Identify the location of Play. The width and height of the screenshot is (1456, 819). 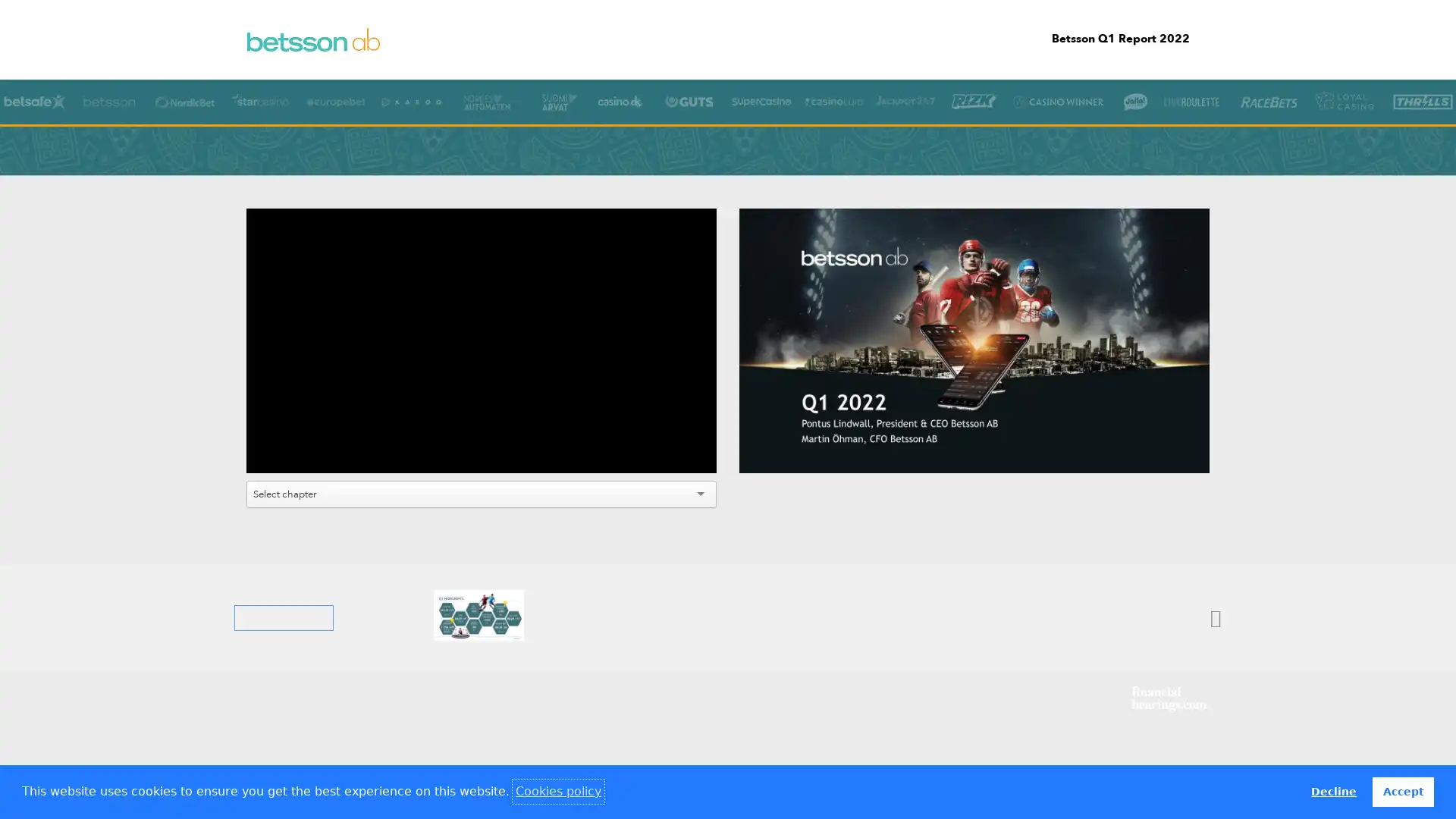
(483, 343).